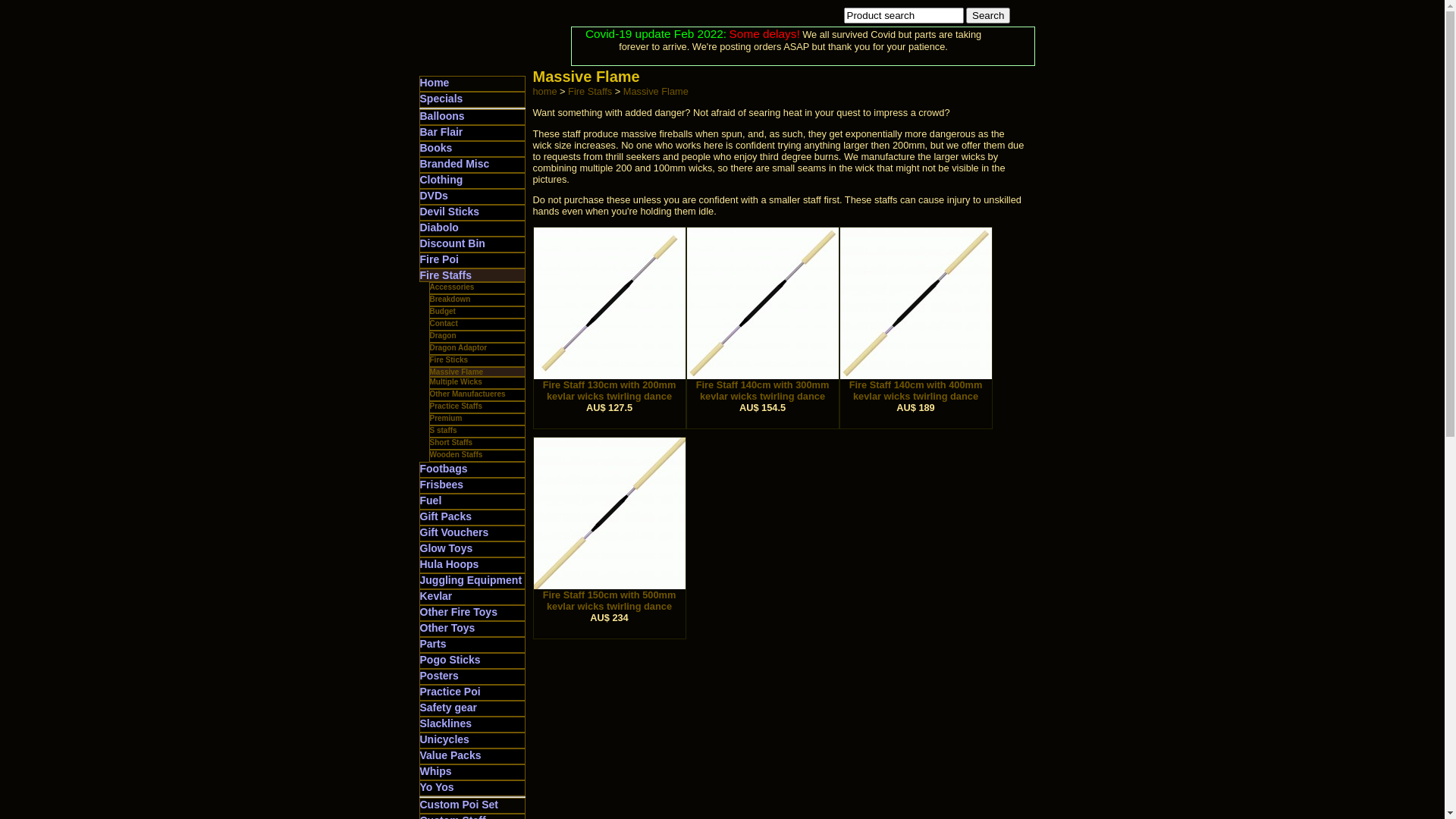 The height and width of the screenshot is (819, 1456). Describe the element at coordinates (435, 595) in the screenshot. I see `'Kevlar'` at that location.